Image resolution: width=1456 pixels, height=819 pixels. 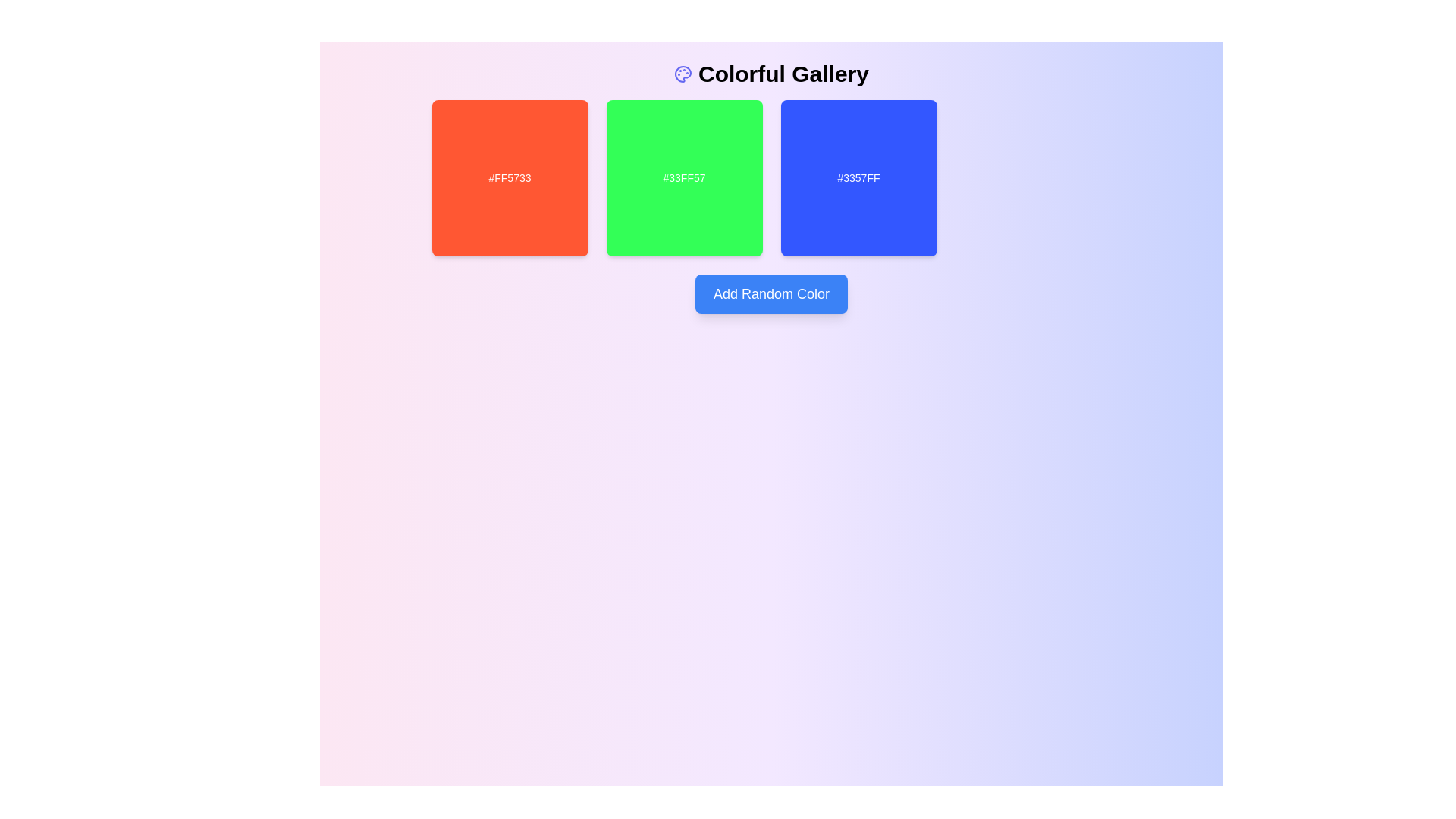 I want to click on the text heading labeled 'Colorful Gallery' which is styled with a bold and large font size and has a small purple color palette icon on its left, so click(x=771, y=74).